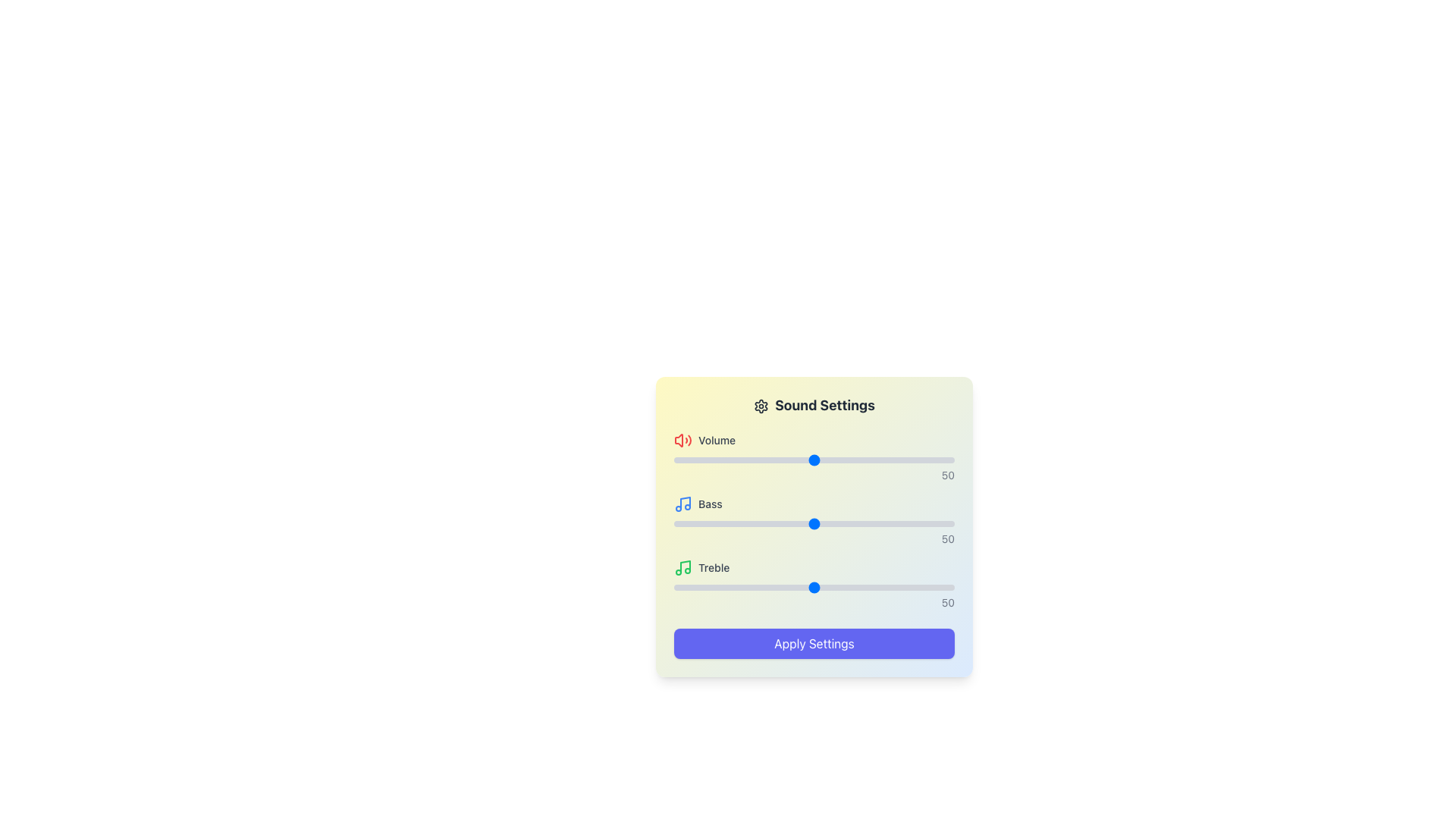  Describe the element at coordinates (903, 459) in the screenshot. I see `the volume level` at that location.